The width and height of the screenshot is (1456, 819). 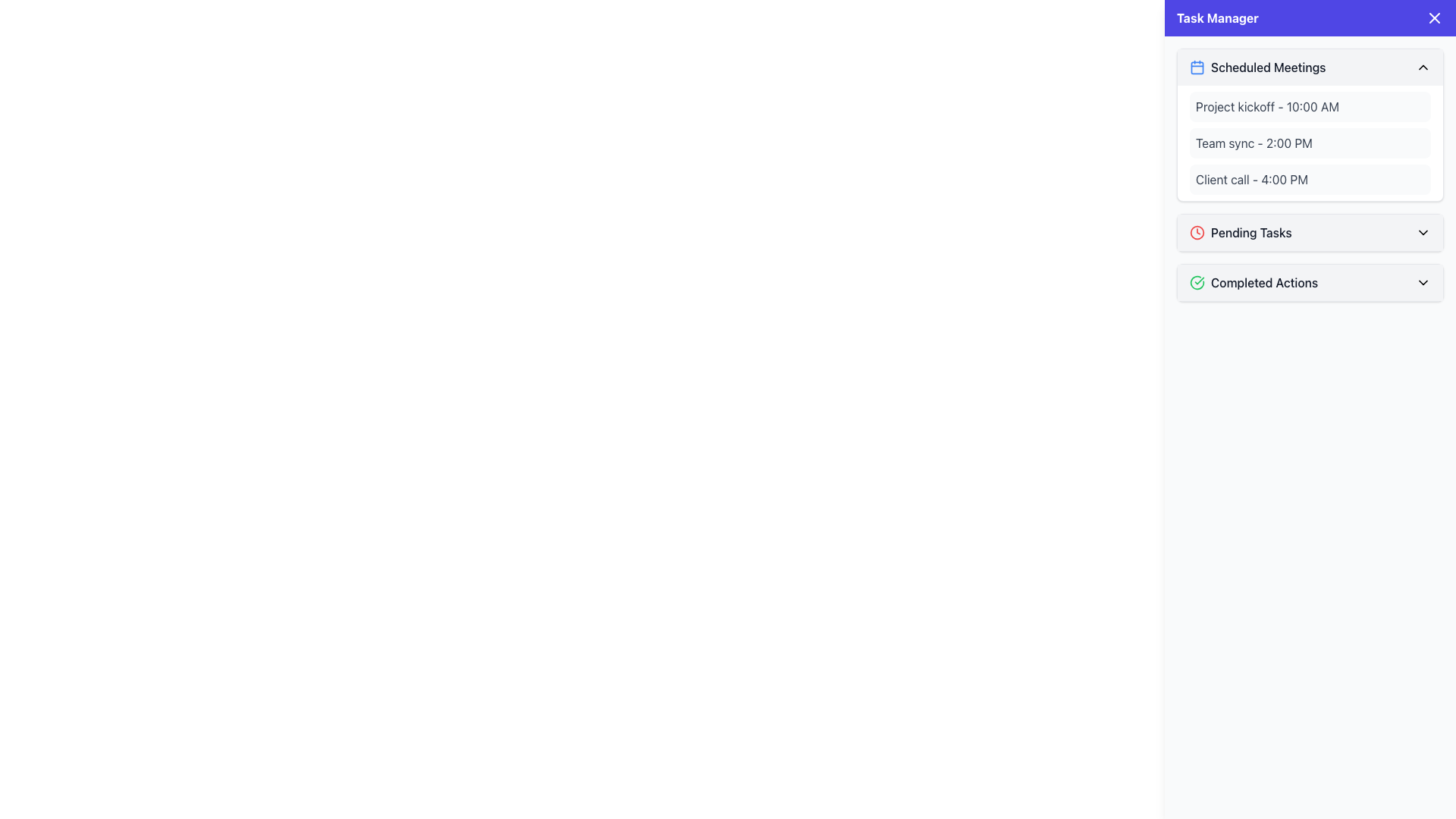 I want to click on the meeting schedule entry labeled 'Project kickoff - 10:00 AM' that is styled as a card with a rounded, light gray background within the 'Scheduled Meetings' section of the 'Task Manager.', so click(x=1310, y=106).